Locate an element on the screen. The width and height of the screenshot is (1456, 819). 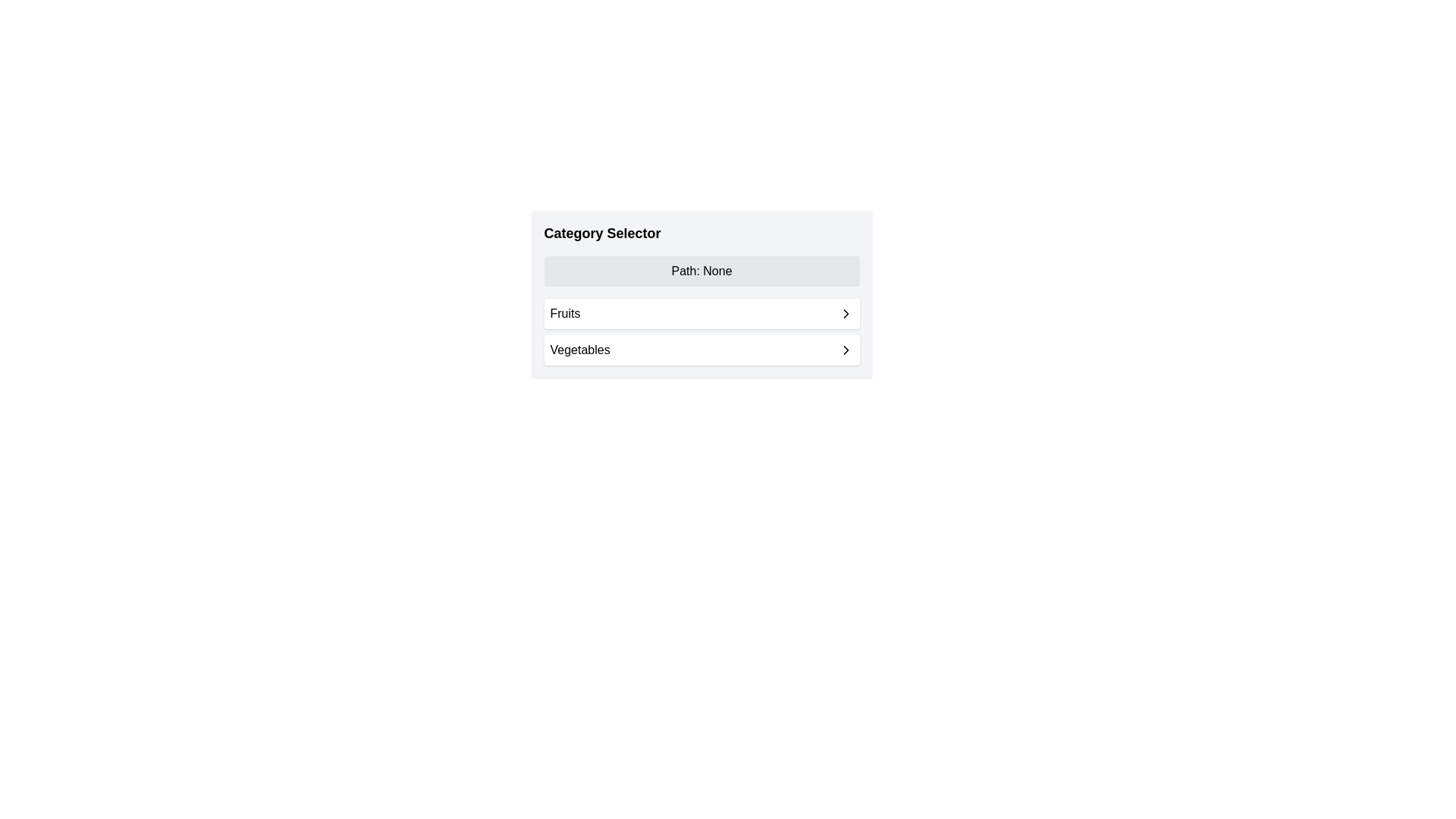
the Label or Text Display located within the 'Category Selector' box, positioned below the title 'Category Selector' and above the 'Fruits' and 'Vegetables' buttons is located at coordinates (701, 271).